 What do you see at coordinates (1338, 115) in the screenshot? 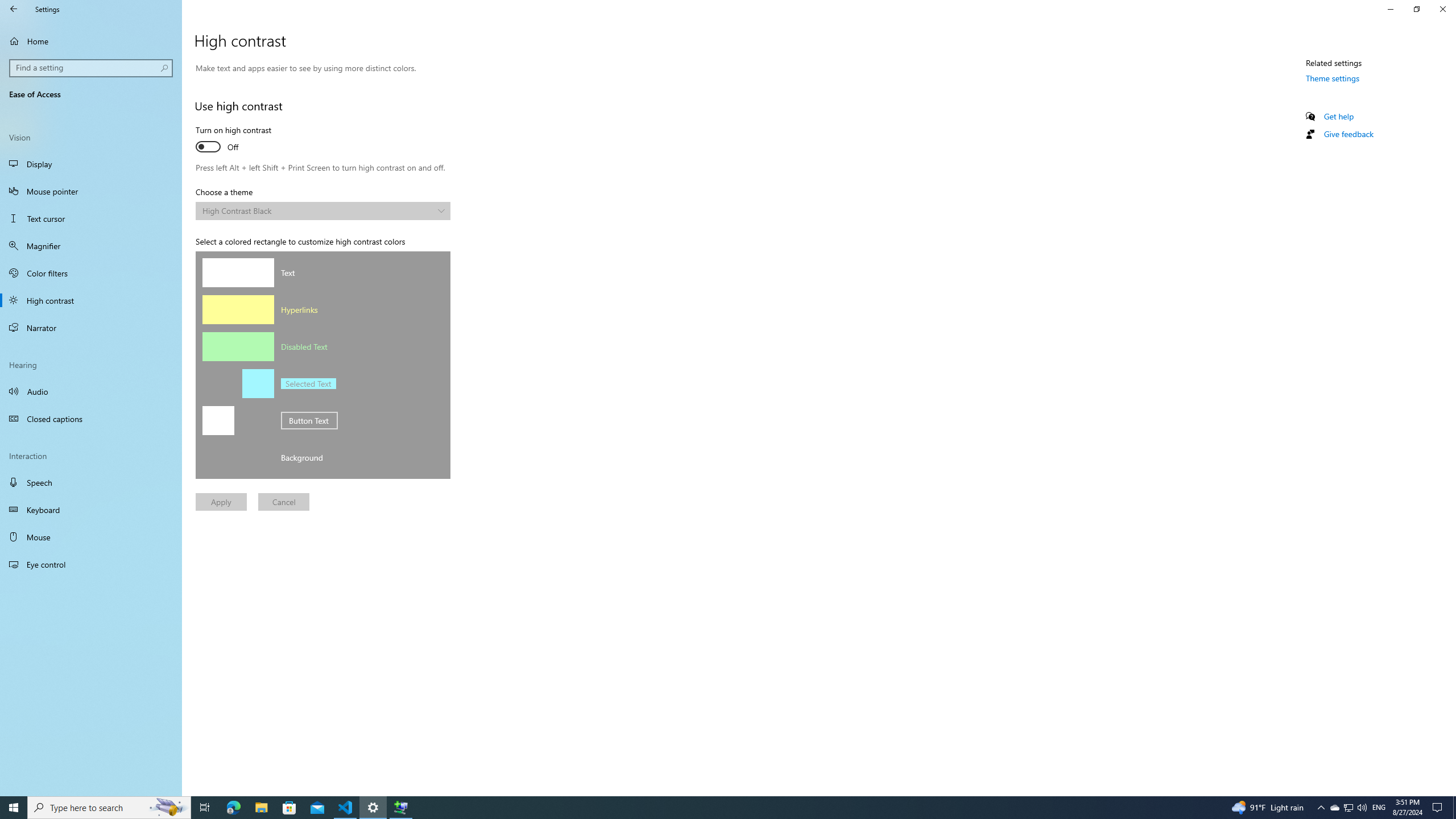
I see `'Get help'` at bounding box center [1338, 115].